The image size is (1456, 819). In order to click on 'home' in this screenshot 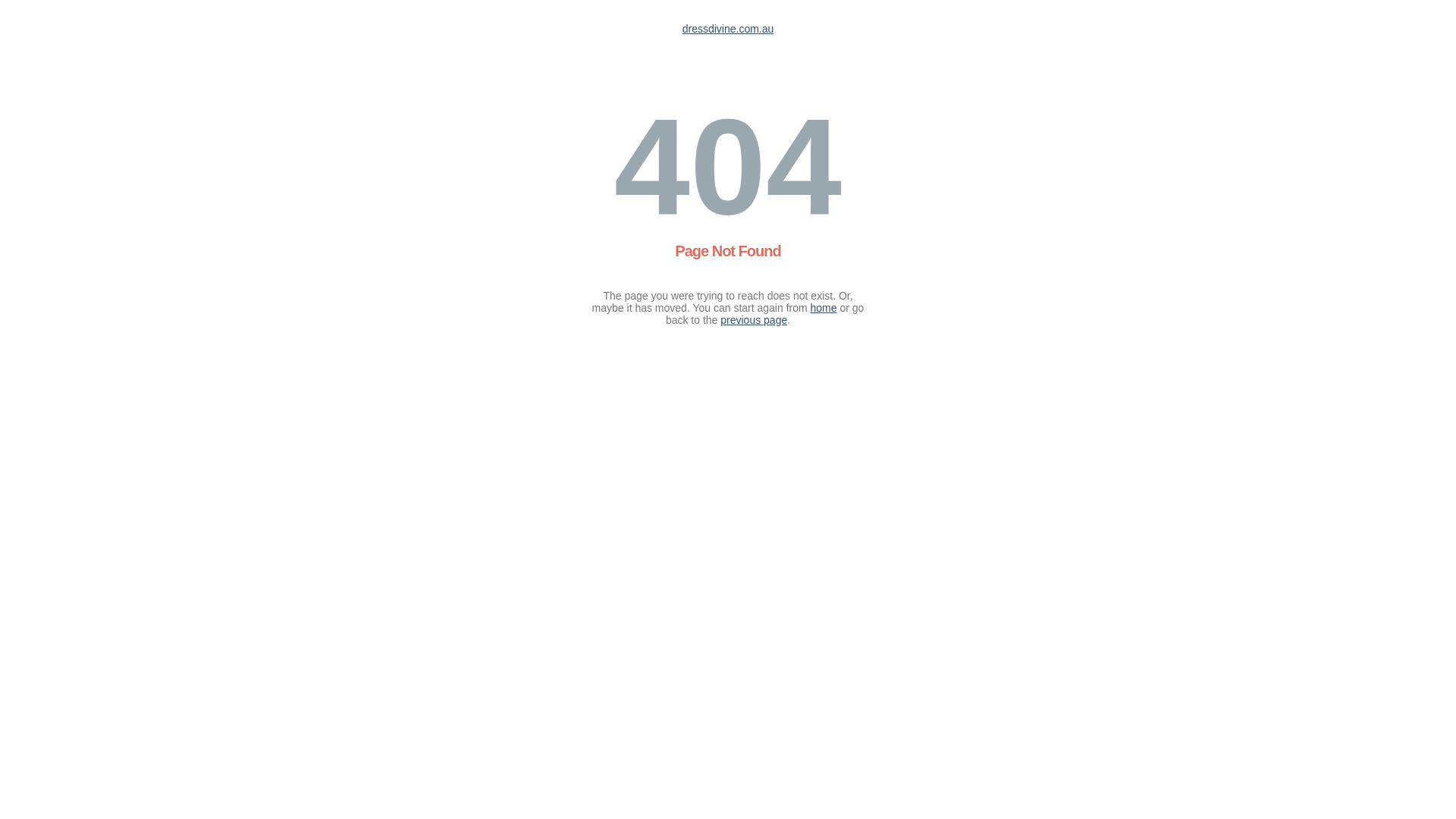, I will do `click(823, 307)`.